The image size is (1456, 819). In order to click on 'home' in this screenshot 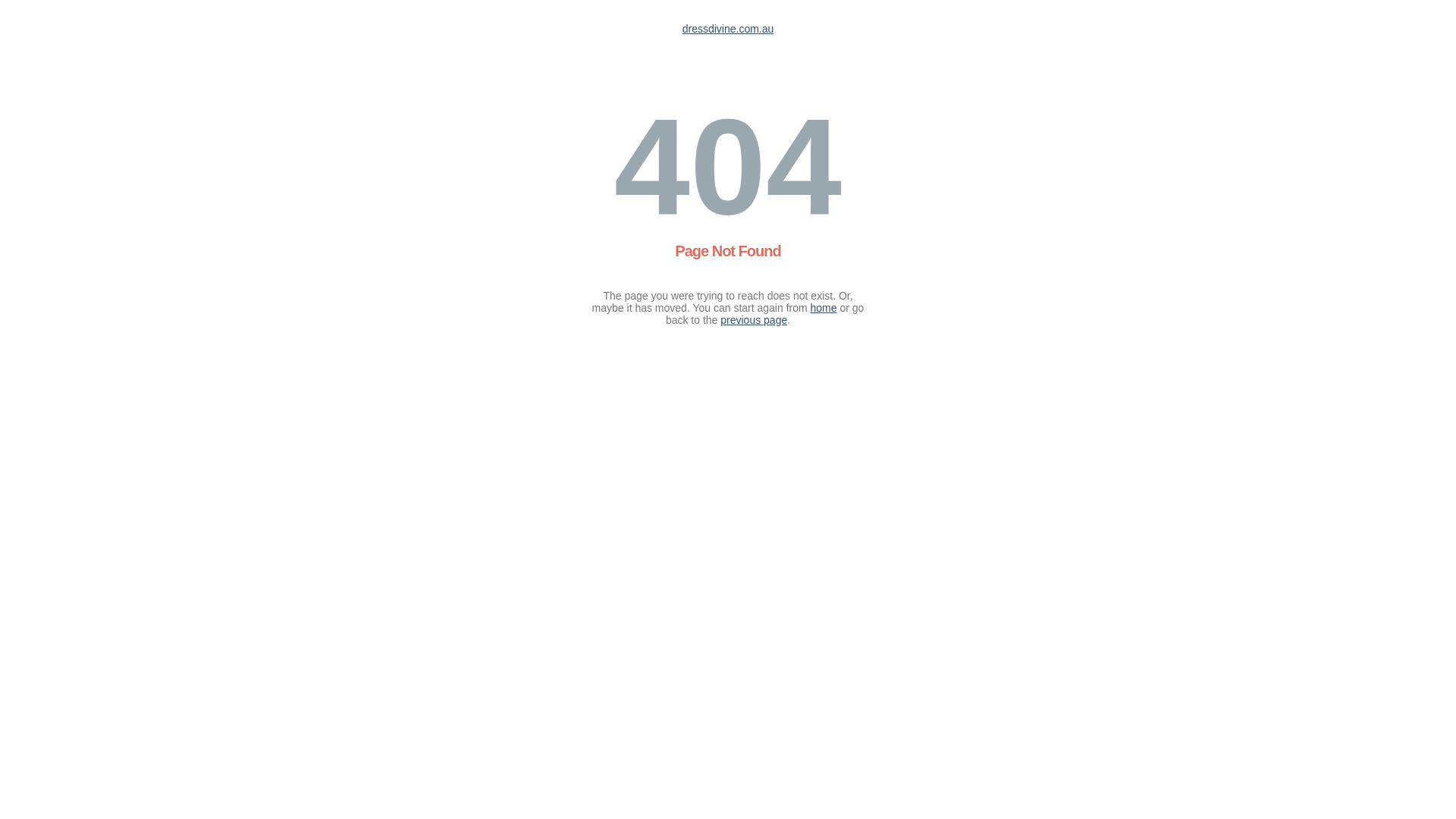, I will do `click(823, 307)`.